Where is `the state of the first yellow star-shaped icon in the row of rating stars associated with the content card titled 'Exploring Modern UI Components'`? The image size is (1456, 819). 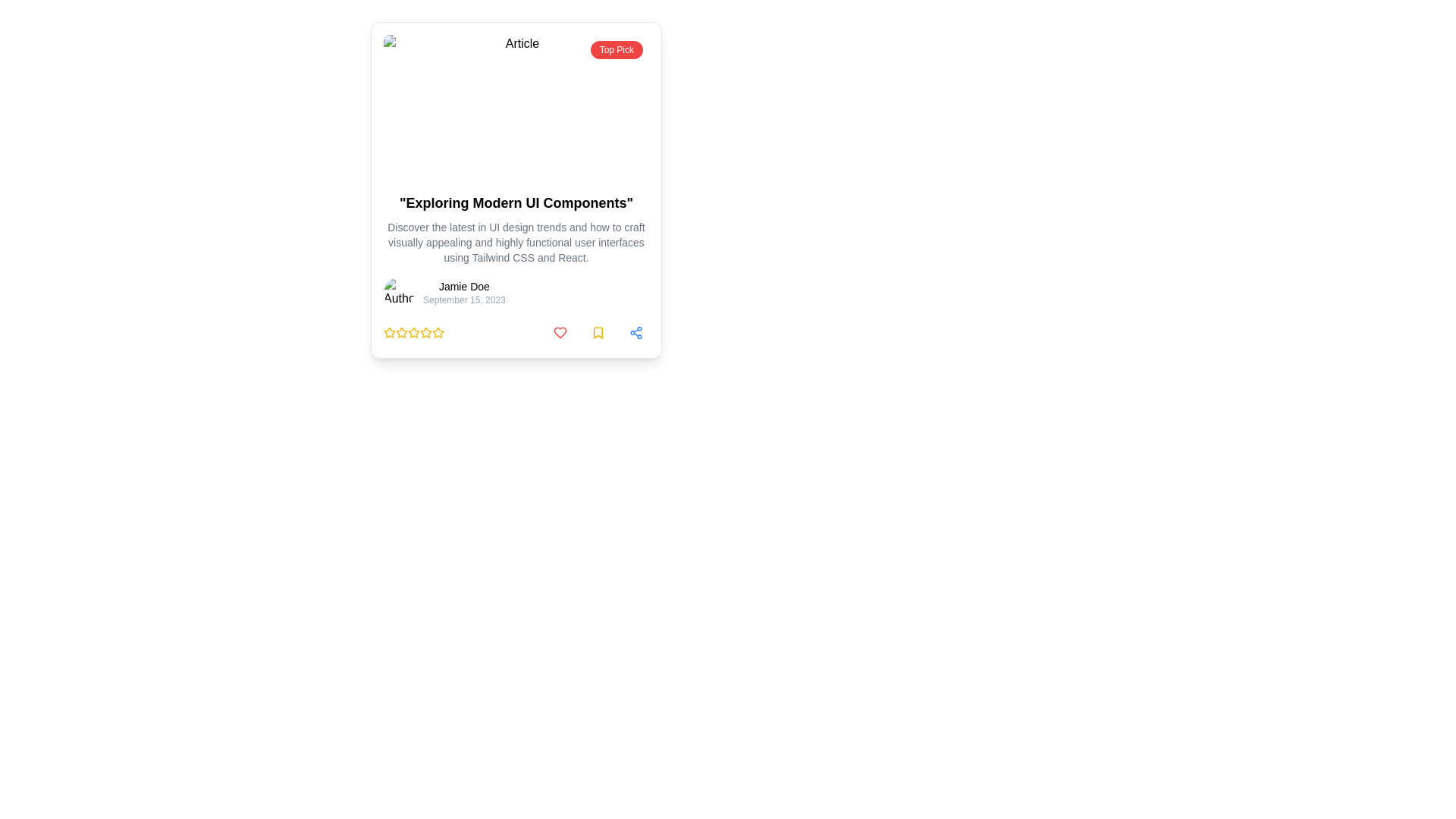
the state of the first yellow star-shaped icon in the row of rating stars associated with the content card titled 'Exploring Modern UI Components' is located at coordinates (389, 332).